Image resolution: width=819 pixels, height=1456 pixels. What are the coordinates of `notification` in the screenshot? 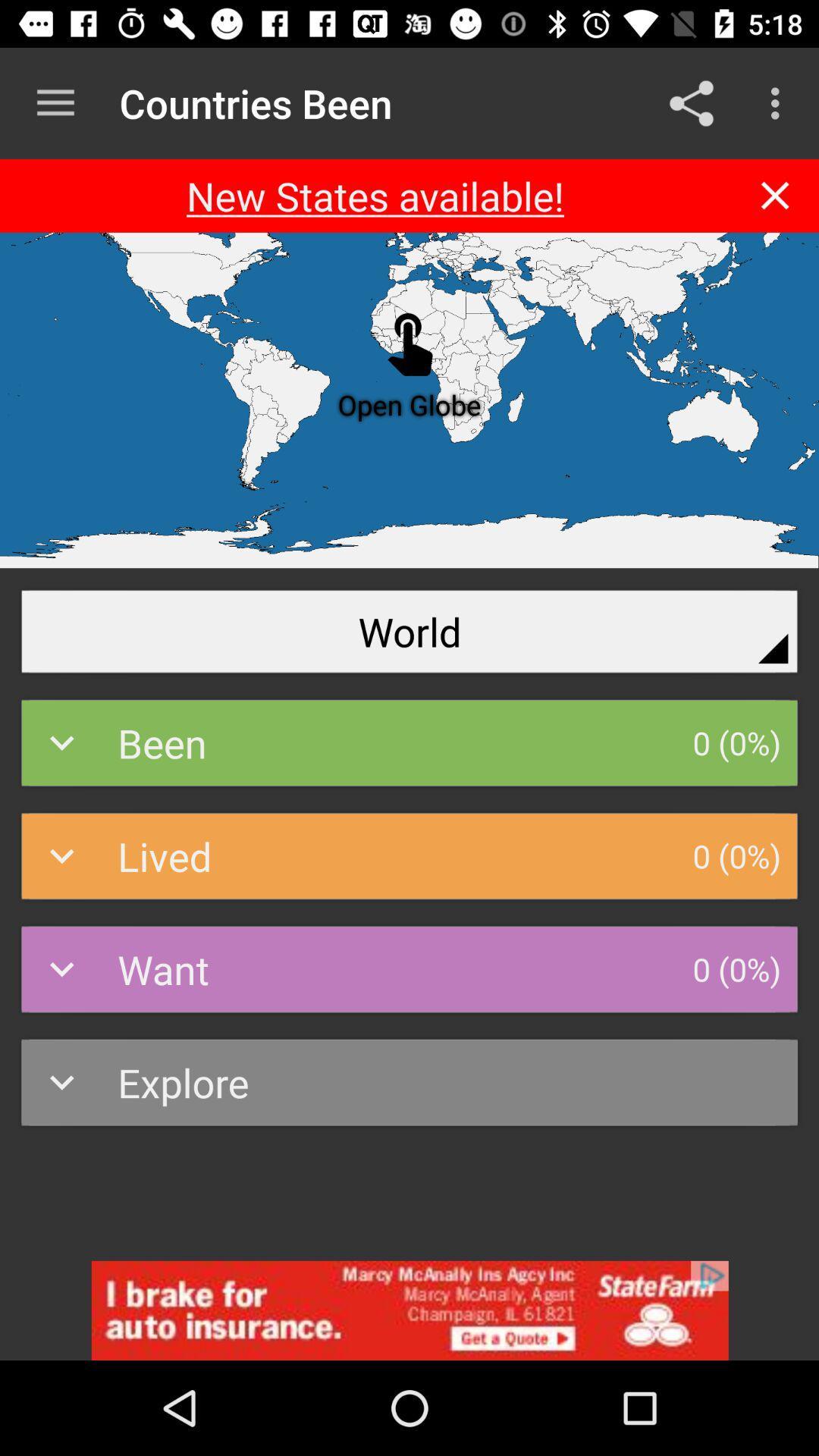 It's located at (775, 195).